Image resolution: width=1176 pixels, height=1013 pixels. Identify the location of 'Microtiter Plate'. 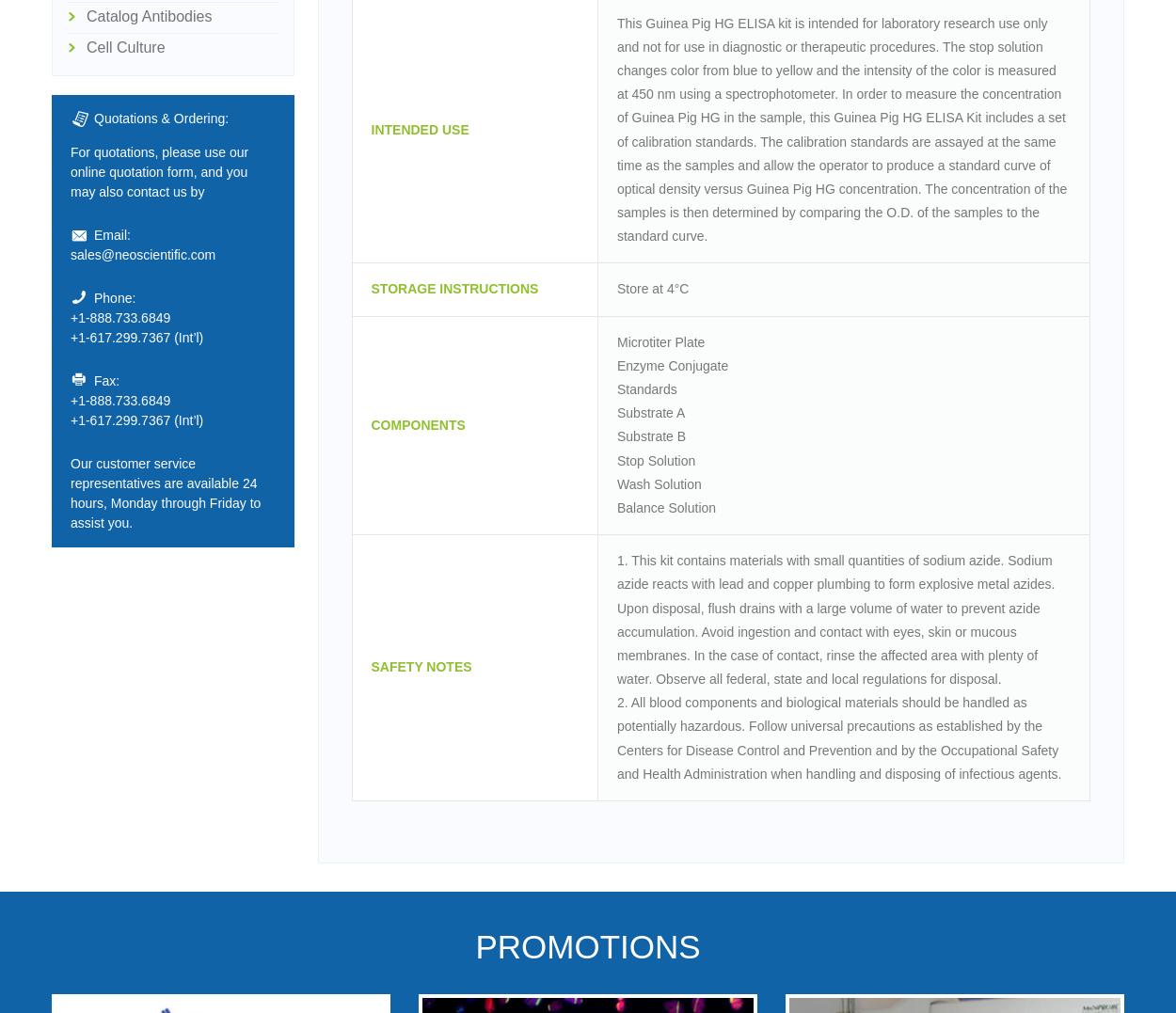
(616, 340).